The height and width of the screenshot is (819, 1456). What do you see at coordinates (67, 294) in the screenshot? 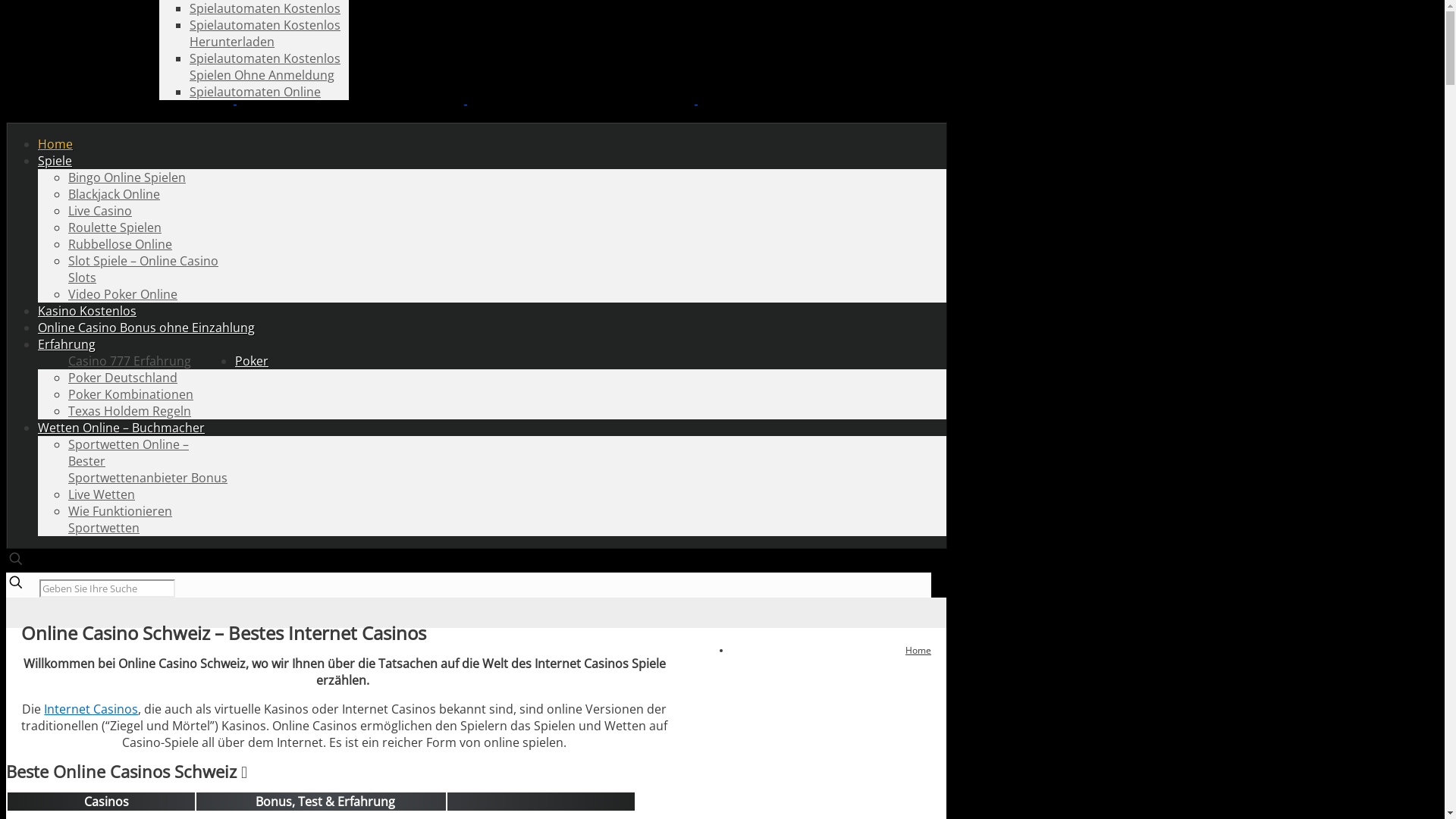
I see `'Video Poker Online'` at bounding box center [67, 294].